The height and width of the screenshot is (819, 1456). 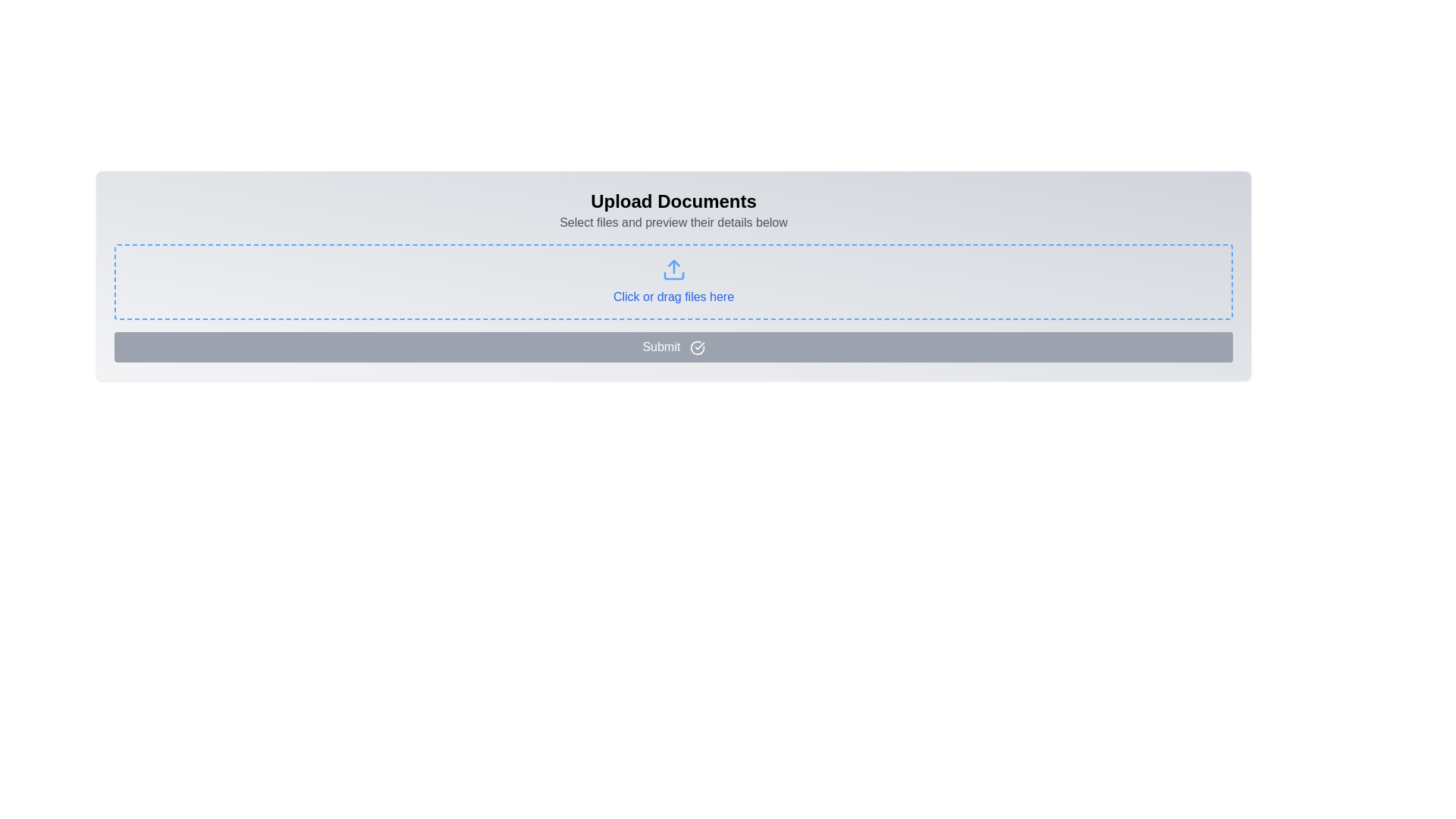 I want to click on the checkmark icon inside the blue 'Submit' button located near the bottom center of the interface, immediately to the right of the 'Submit' text, so click(x=696, y=347).